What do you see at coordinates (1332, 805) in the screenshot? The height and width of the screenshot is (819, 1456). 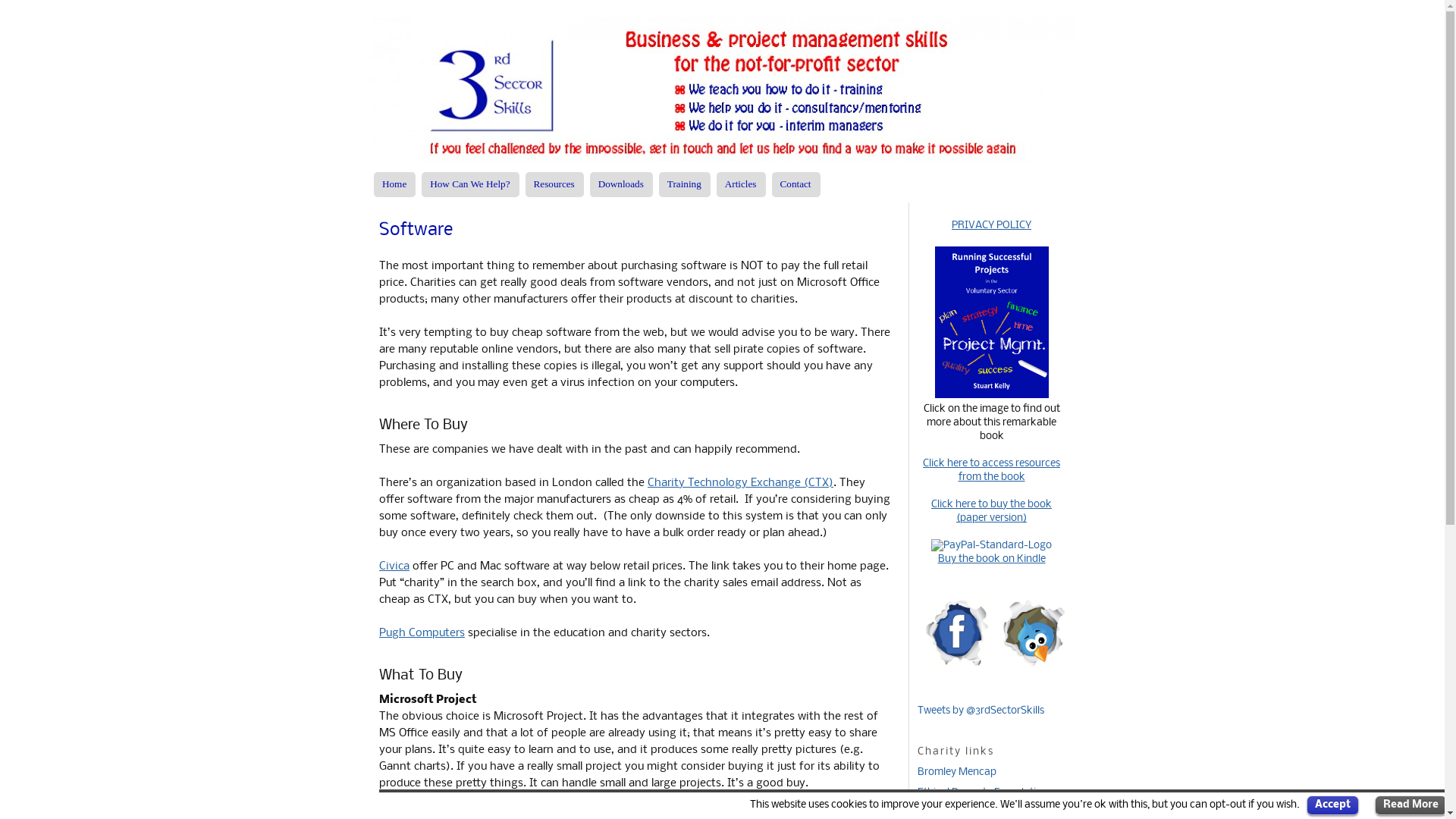 I see `'Accept'` at bounding box center [1332, 805].